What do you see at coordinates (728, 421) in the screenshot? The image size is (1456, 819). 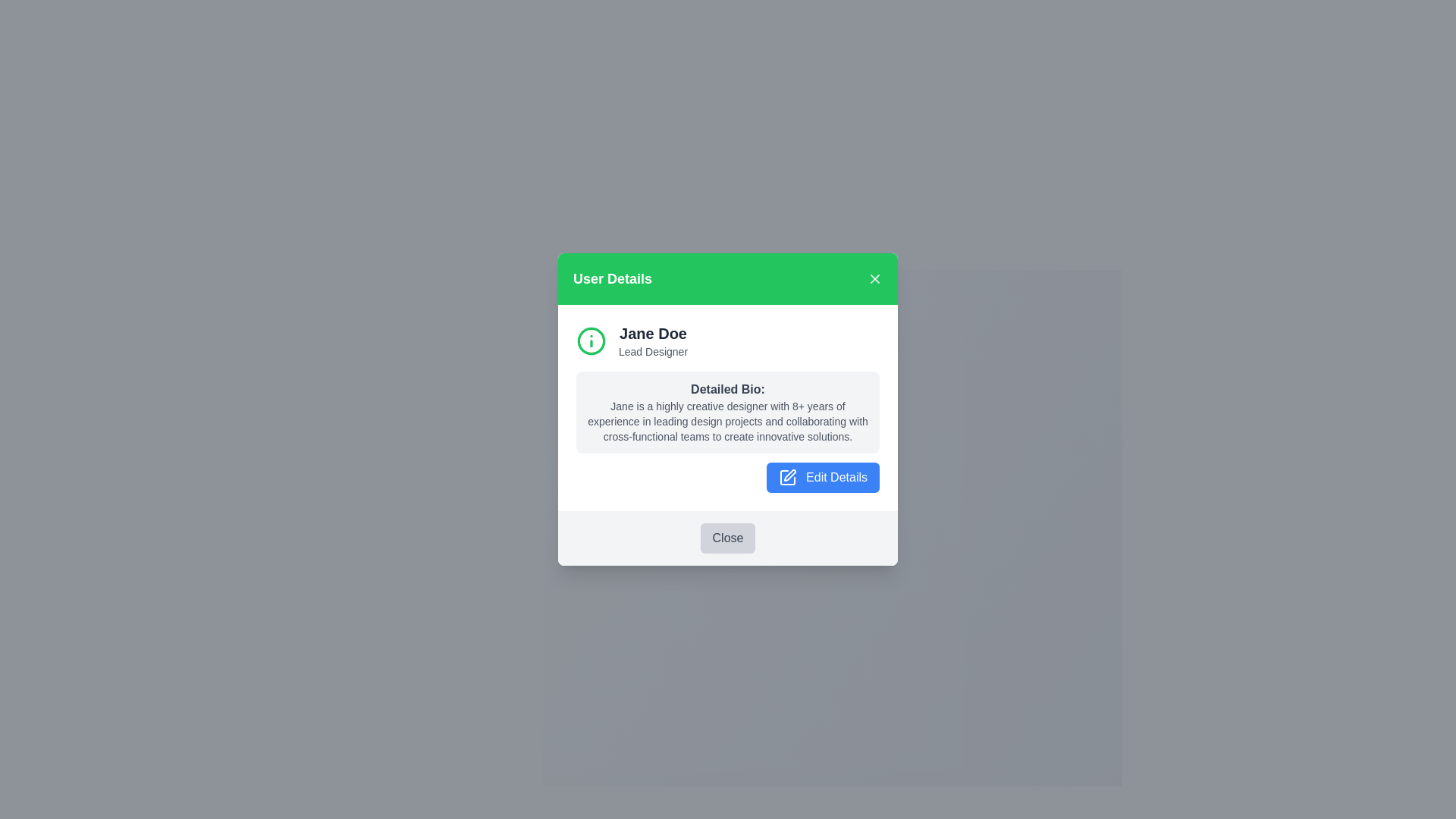 I see `the descriptive text block located below the 'Detailed Bio:' heading and above the 'Edit Details' button` at bounding box center [728, 421].